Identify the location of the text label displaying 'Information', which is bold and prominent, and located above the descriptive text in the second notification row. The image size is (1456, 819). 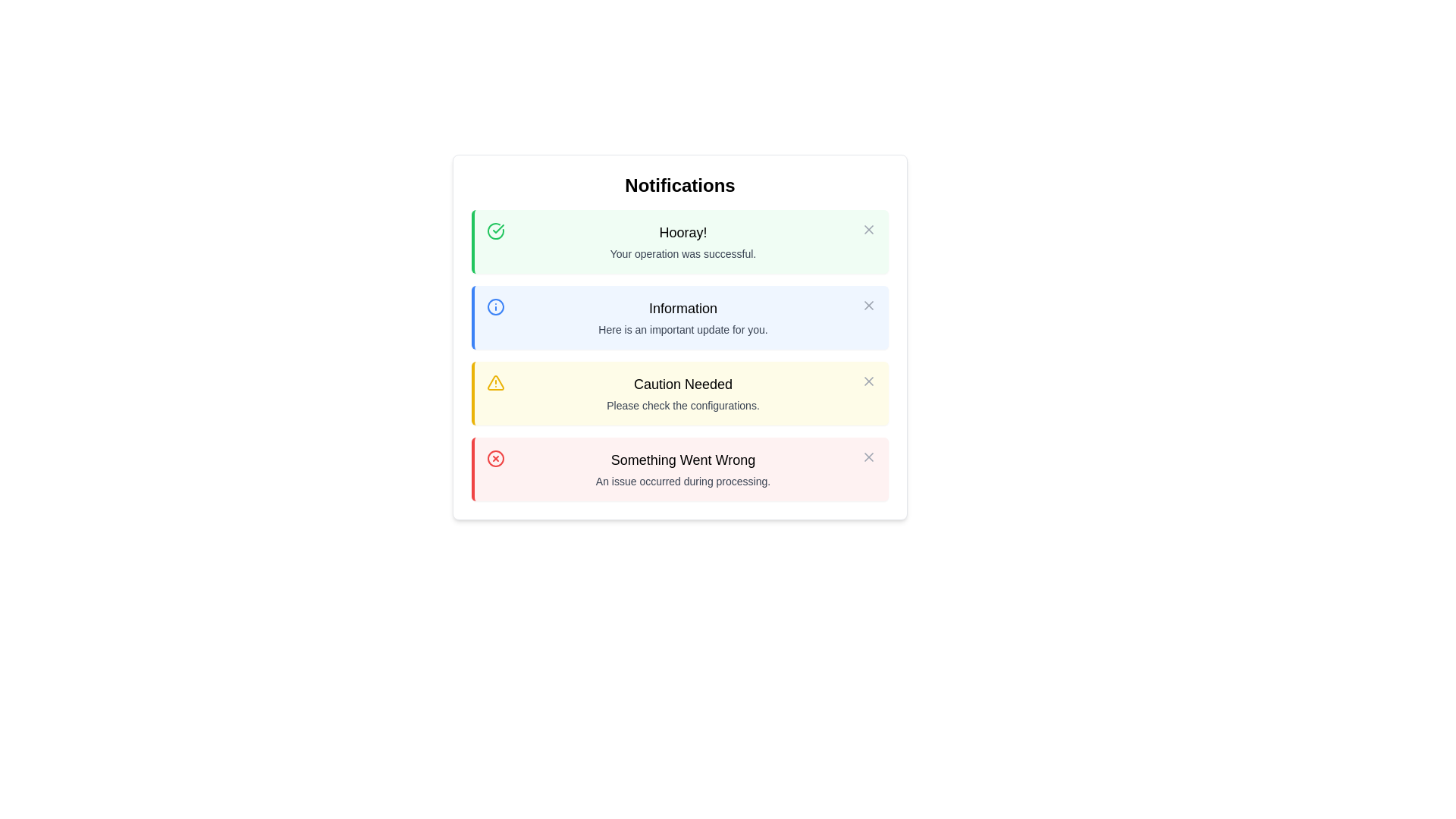
(682, 308).